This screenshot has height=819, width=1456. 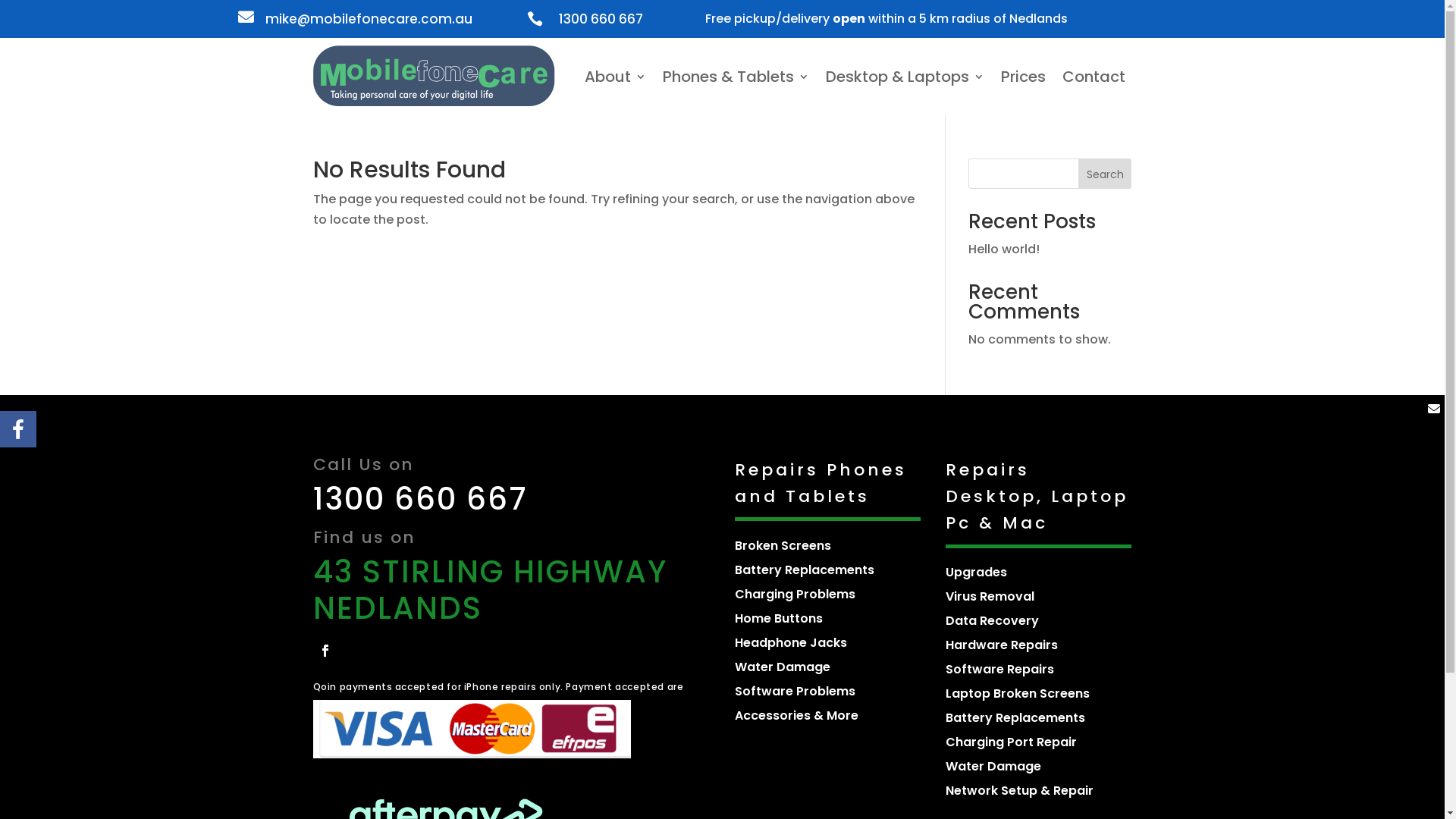 I want to click on 'Data Recovery', so click(x=945, y=620).